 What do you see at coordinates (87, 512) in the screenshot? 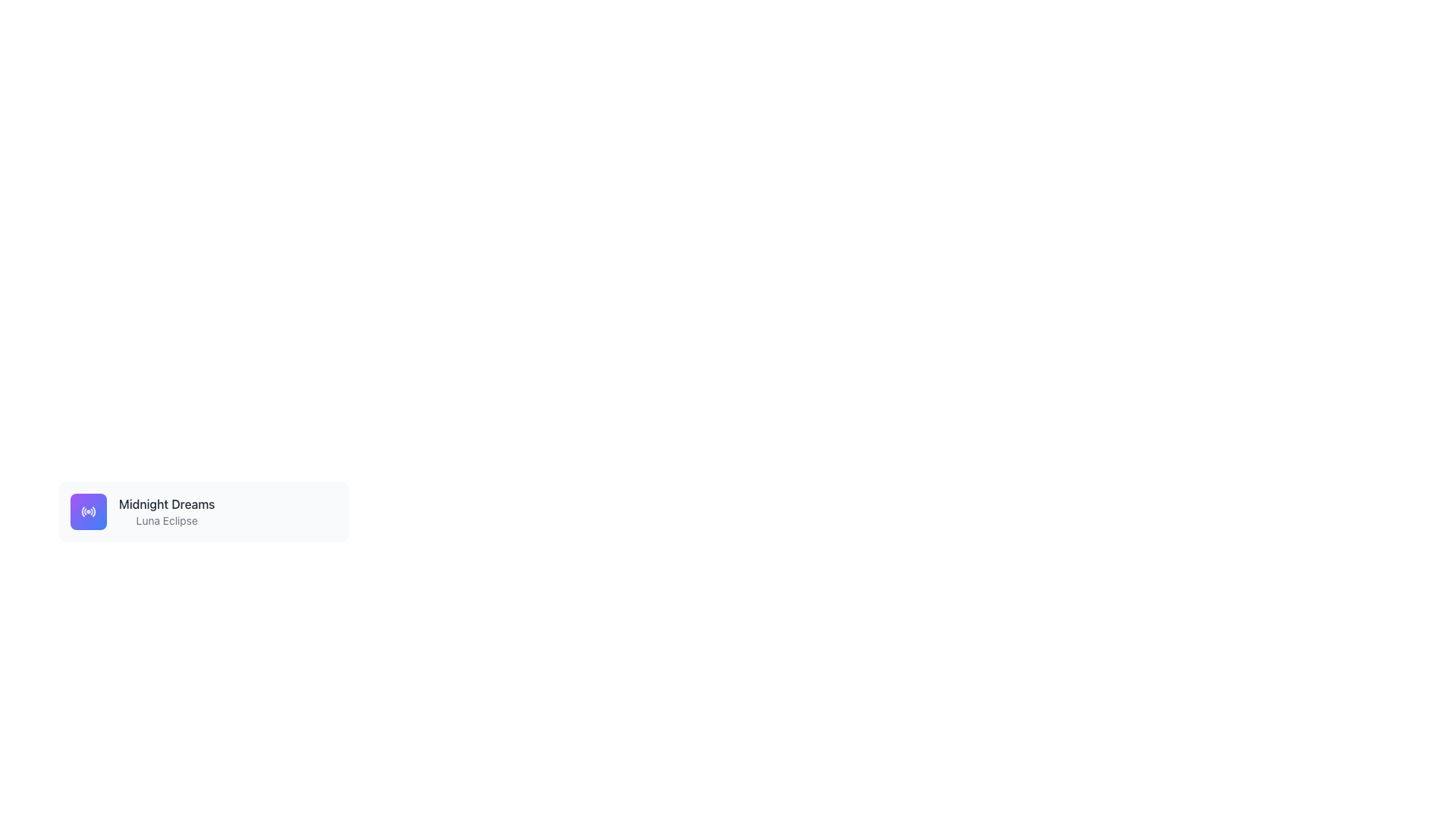
I see `the Icon Button with a purple and blue gradient background, featuring a white radio or signal symbol at its center, located on the left side of the row containing 'Midnight Dreams' and 'Luna Eclipse'` at bounding box center [87, 512].